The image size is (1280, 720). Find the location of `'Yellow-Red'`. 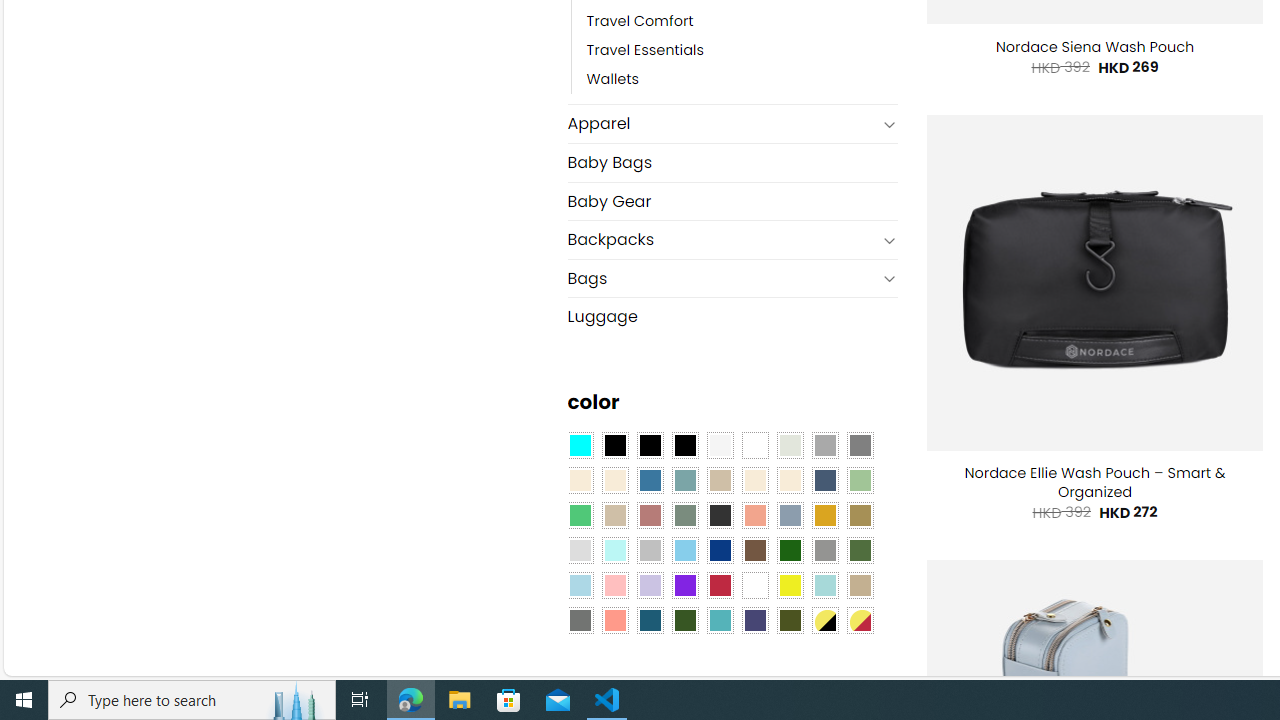

'Yellow-Red' is located at coordinates (860, 618).